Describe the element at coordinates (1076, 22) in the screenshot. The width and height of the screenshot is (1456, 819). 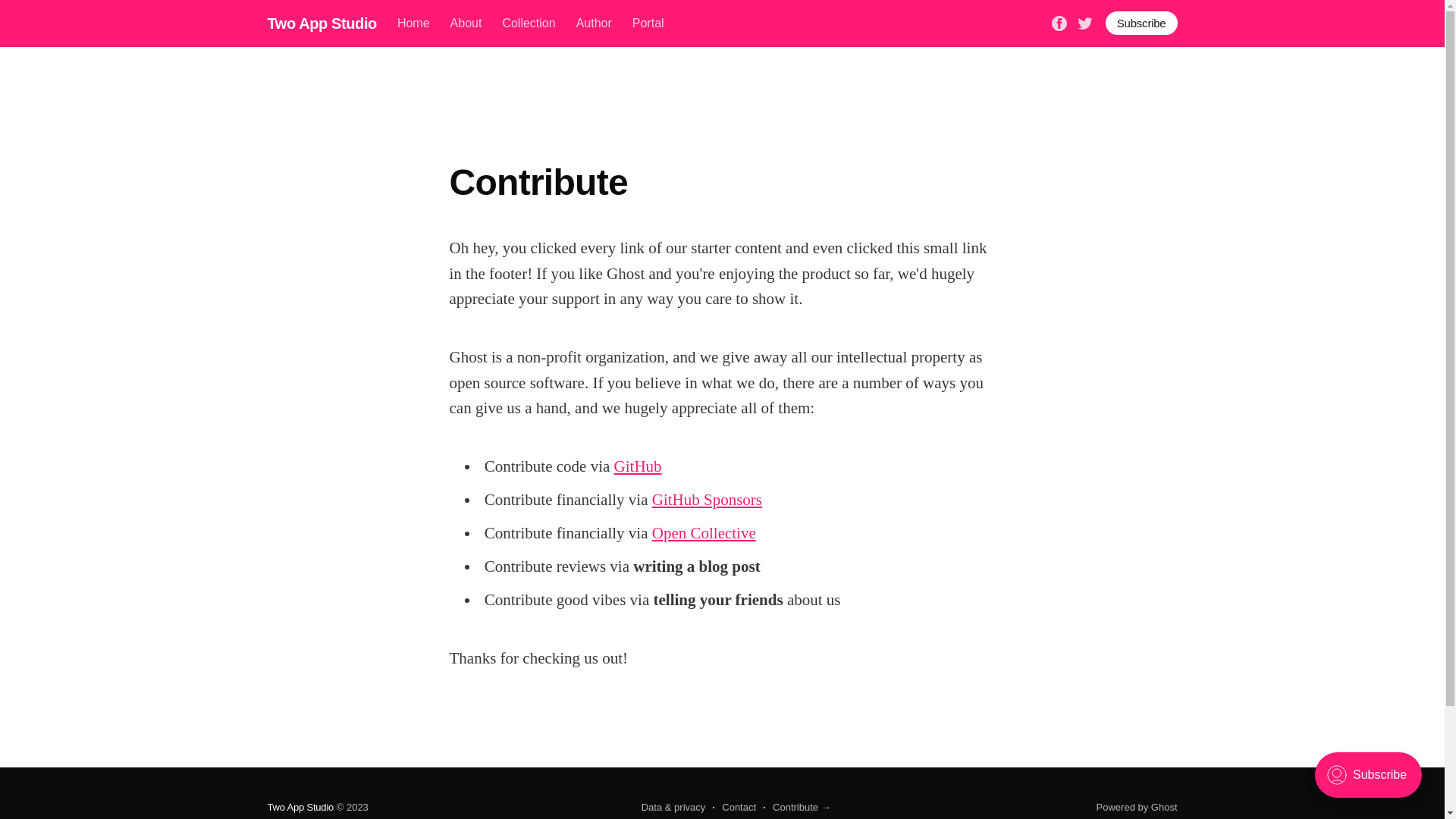
I see `'Twitter'` at that location.